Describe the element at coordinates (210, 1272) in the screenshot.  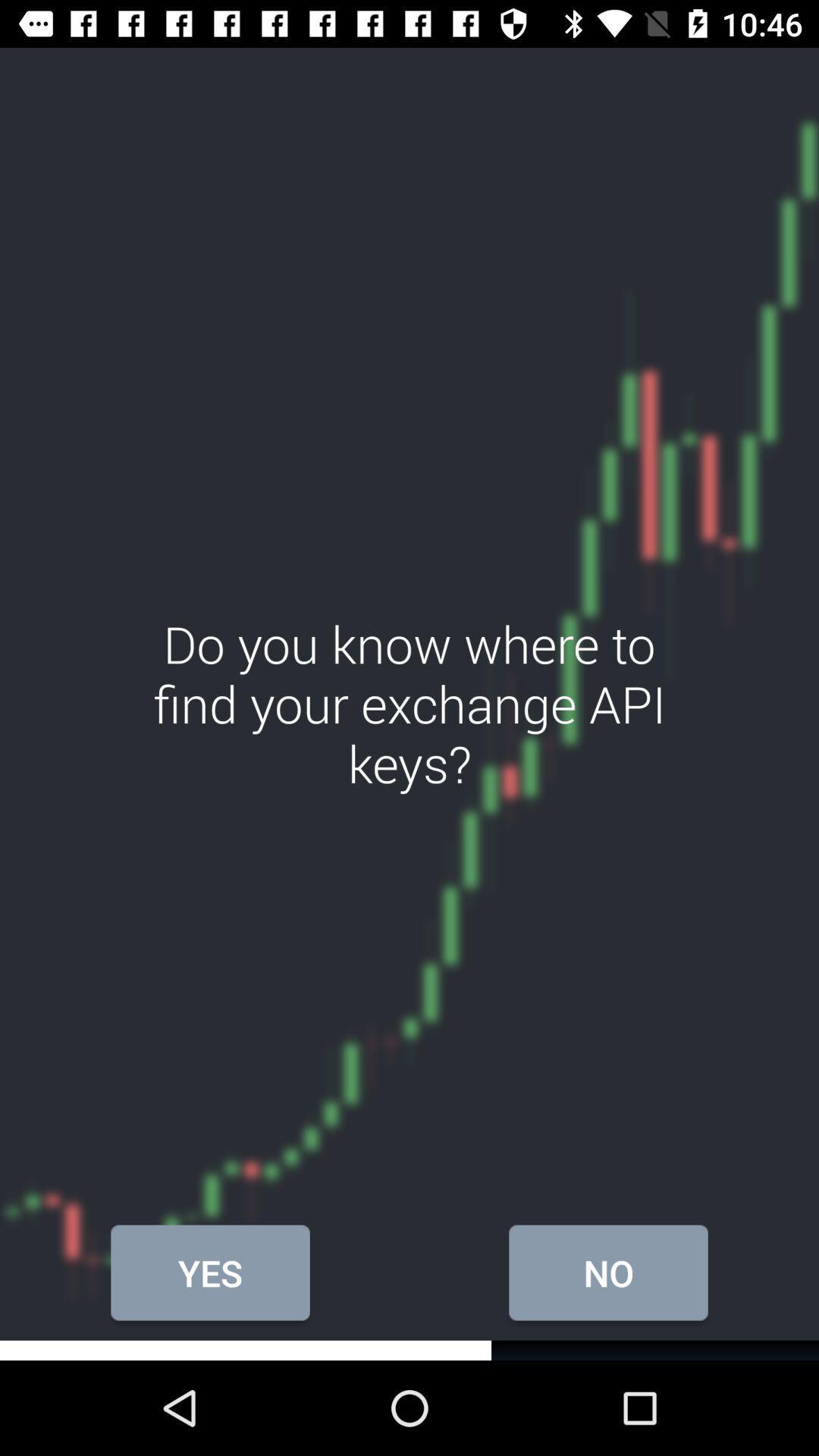
I see `icon to the left of no item` at that location.